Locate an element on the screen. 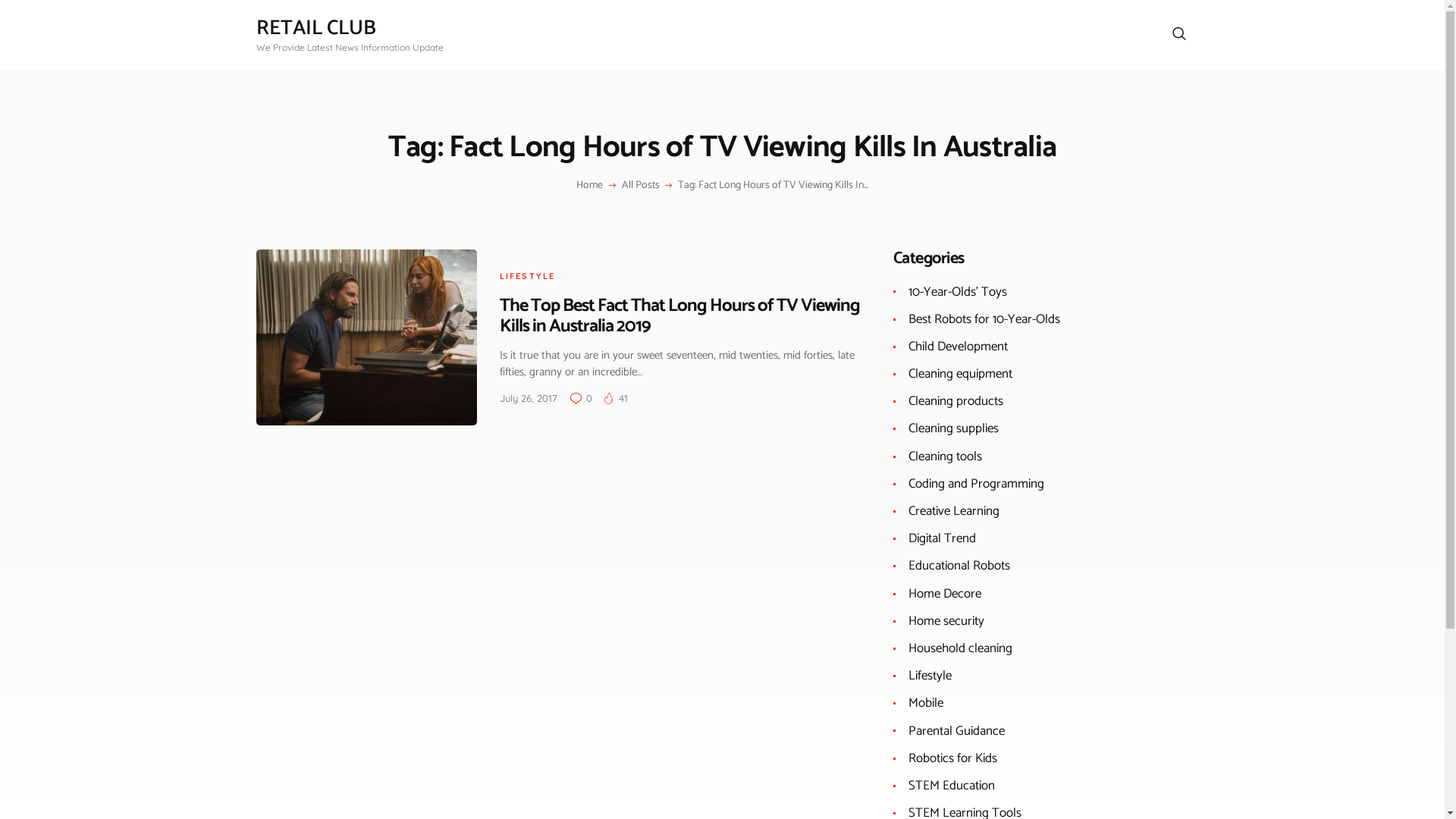 The image size is (1456, 819). 'Cleaning supplies' is located at coordinates (952, 428).